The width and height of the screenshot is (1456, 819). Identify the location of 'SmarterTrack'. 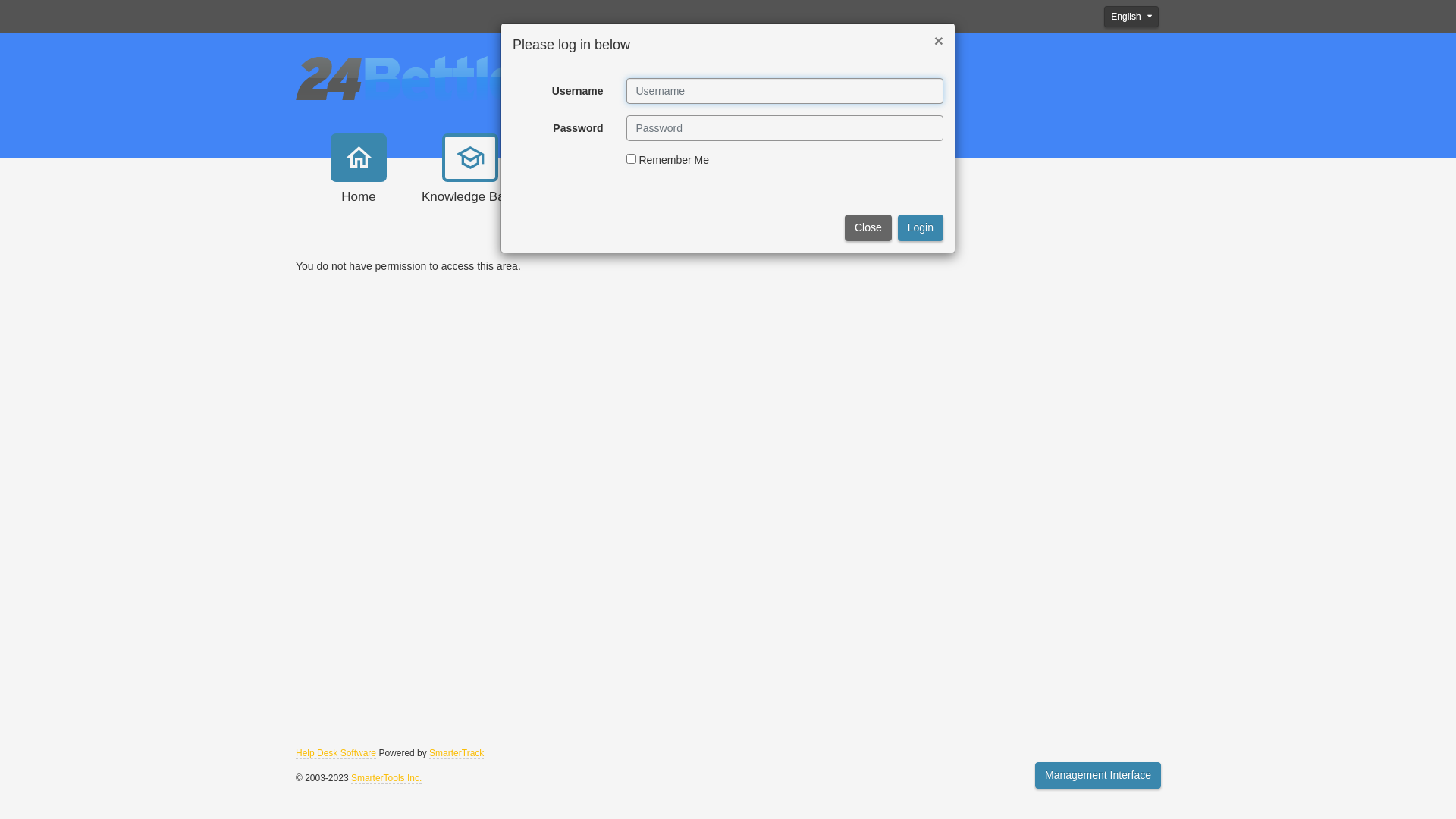
(428, 753).